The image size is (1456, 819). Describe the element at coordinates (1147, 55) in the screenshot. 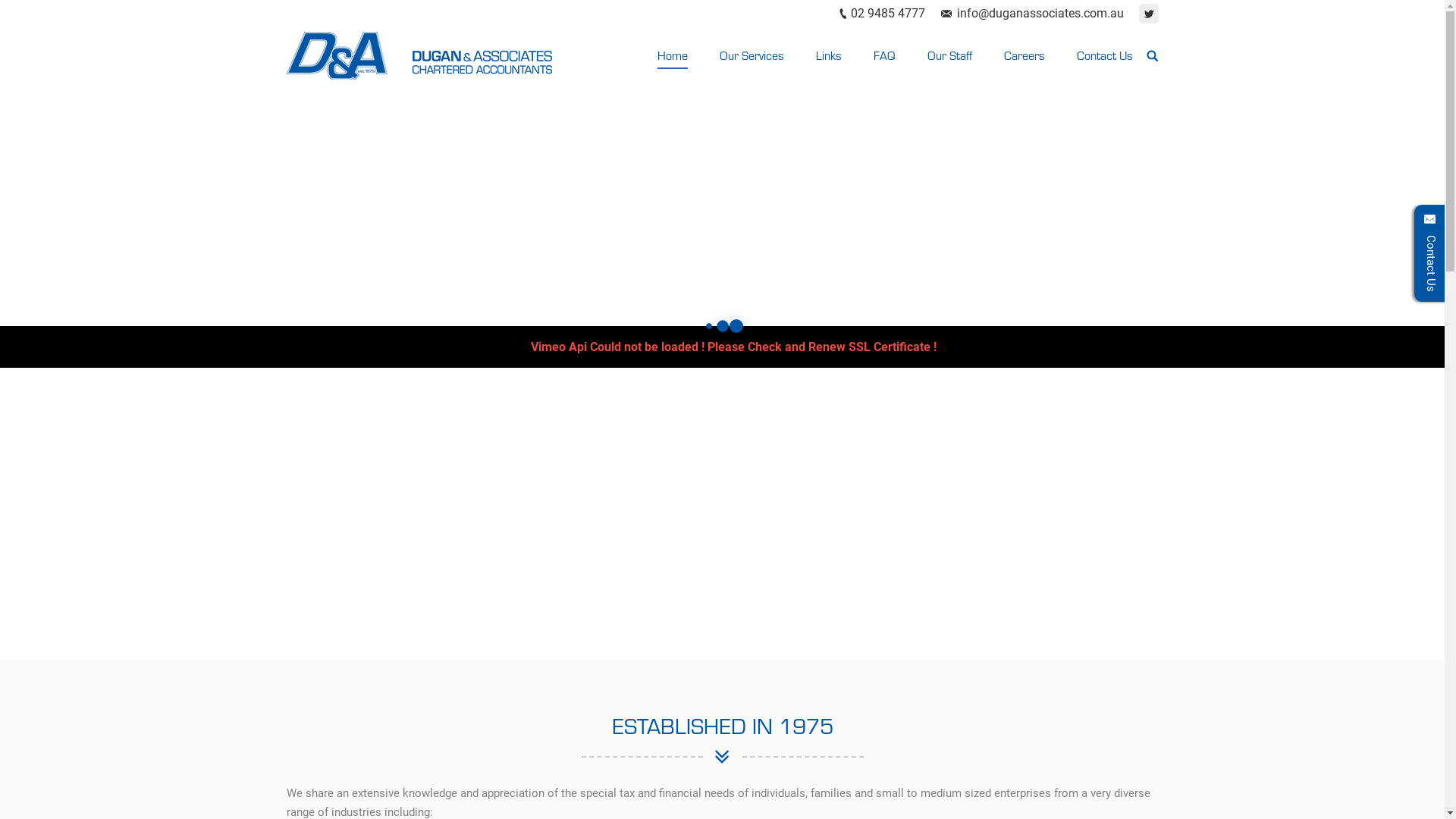

I see `' '` at that location.